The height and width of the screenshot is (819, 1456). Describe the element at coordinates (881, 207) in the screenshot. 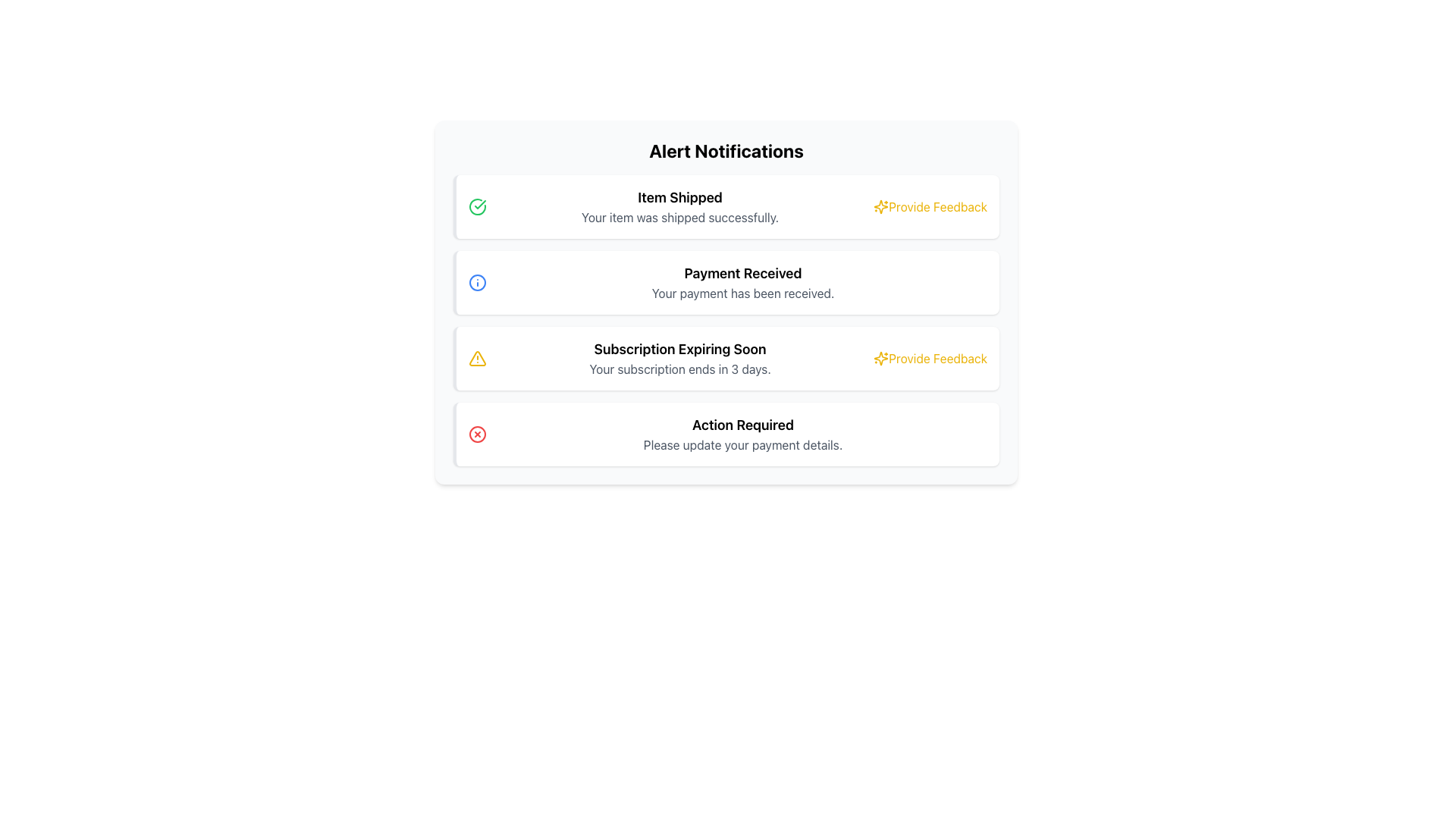

I see `the decorative icon associated with the 'Provide Feedback' option for the 'Subscription Expiring Soon' alert located to the right of the alert entry within the 'Alert Notifications' panel` at that location.